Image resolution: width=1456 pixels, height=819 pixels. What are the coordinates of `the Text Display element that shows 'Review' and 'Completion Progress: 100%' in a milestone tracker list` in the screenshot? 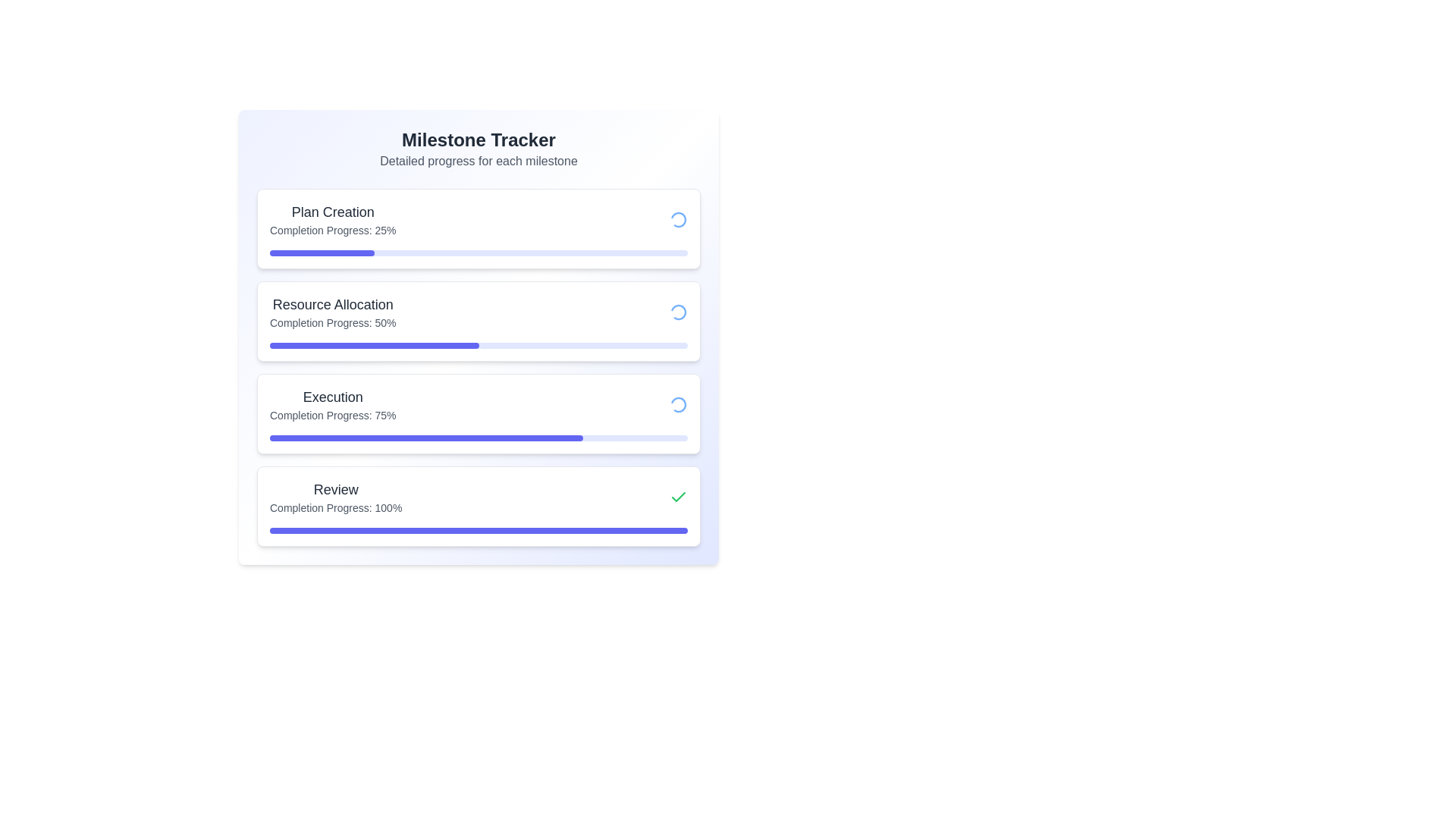 It's located at (335, 497).